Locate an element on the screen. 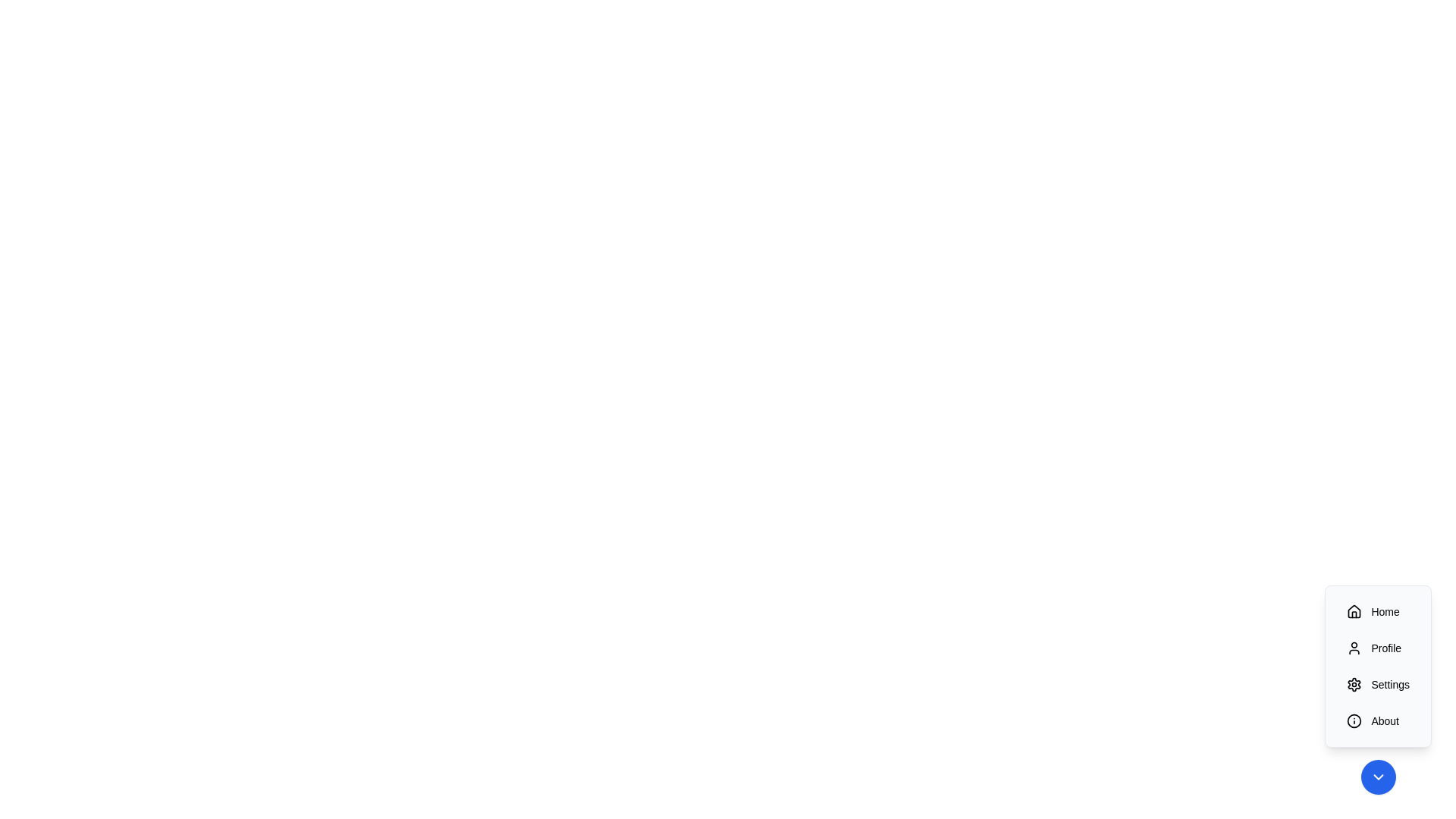  the 'Settings' button to trigger its action is located at coordinates (1378, 684).